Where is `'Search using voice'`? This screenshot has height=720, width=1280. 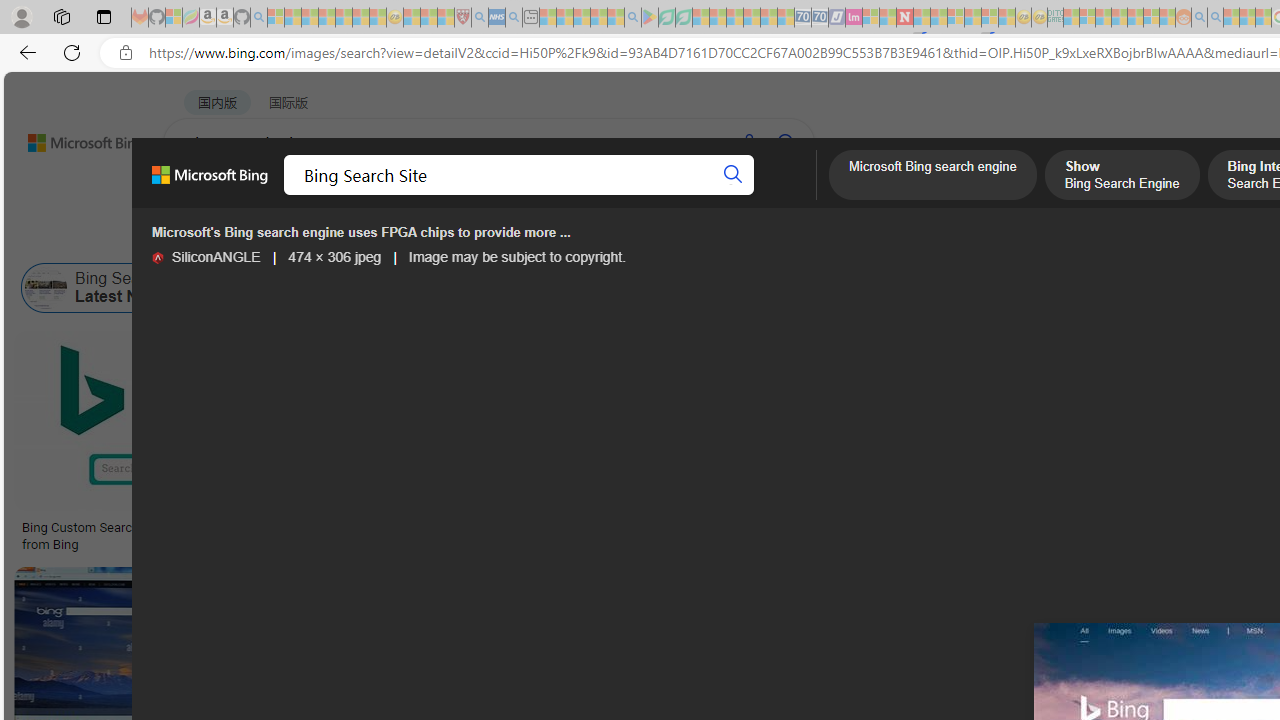
'Search using voice' is located at coordinates (747, 141).